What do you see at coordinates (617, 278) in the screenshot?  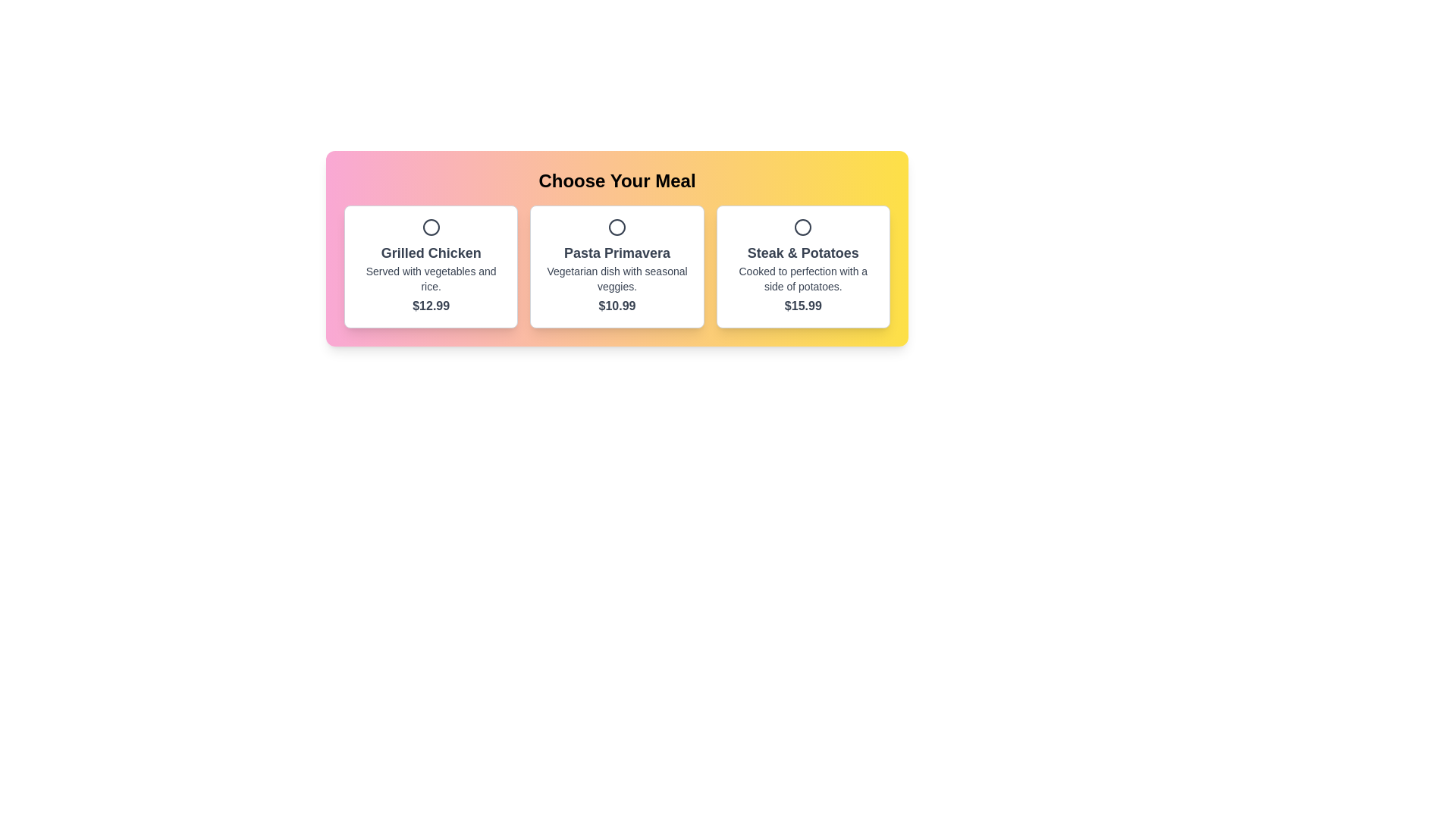 I see `the label 'Pasta Primavera' which contains the description 'Vegetarian dish with seasonal veggies.' and the price '$10.99'` at bounding box center [617, 278].